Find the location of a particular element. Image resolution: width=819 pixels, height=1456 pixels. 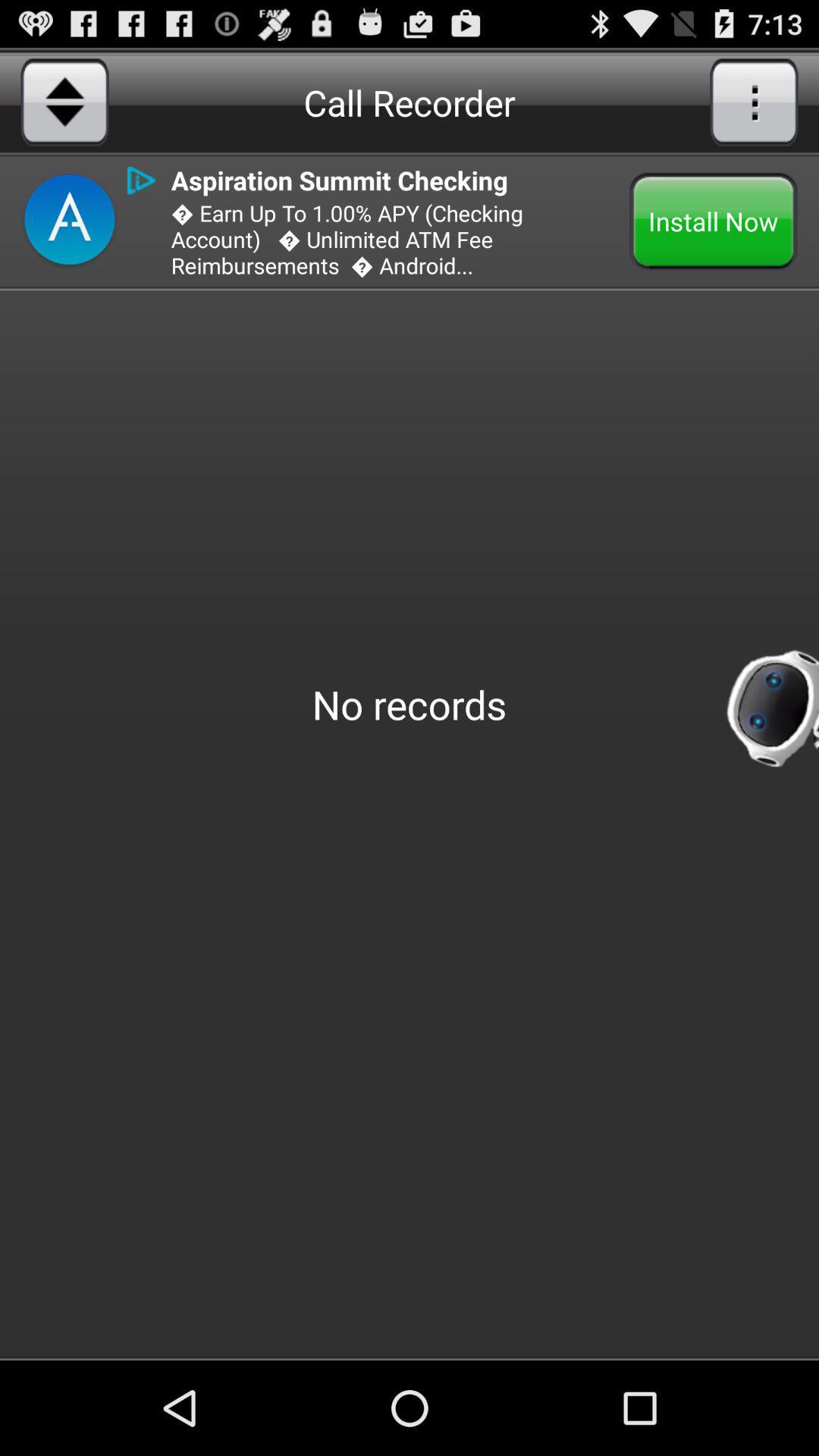

the more icon is located at coordinates (754, 108).